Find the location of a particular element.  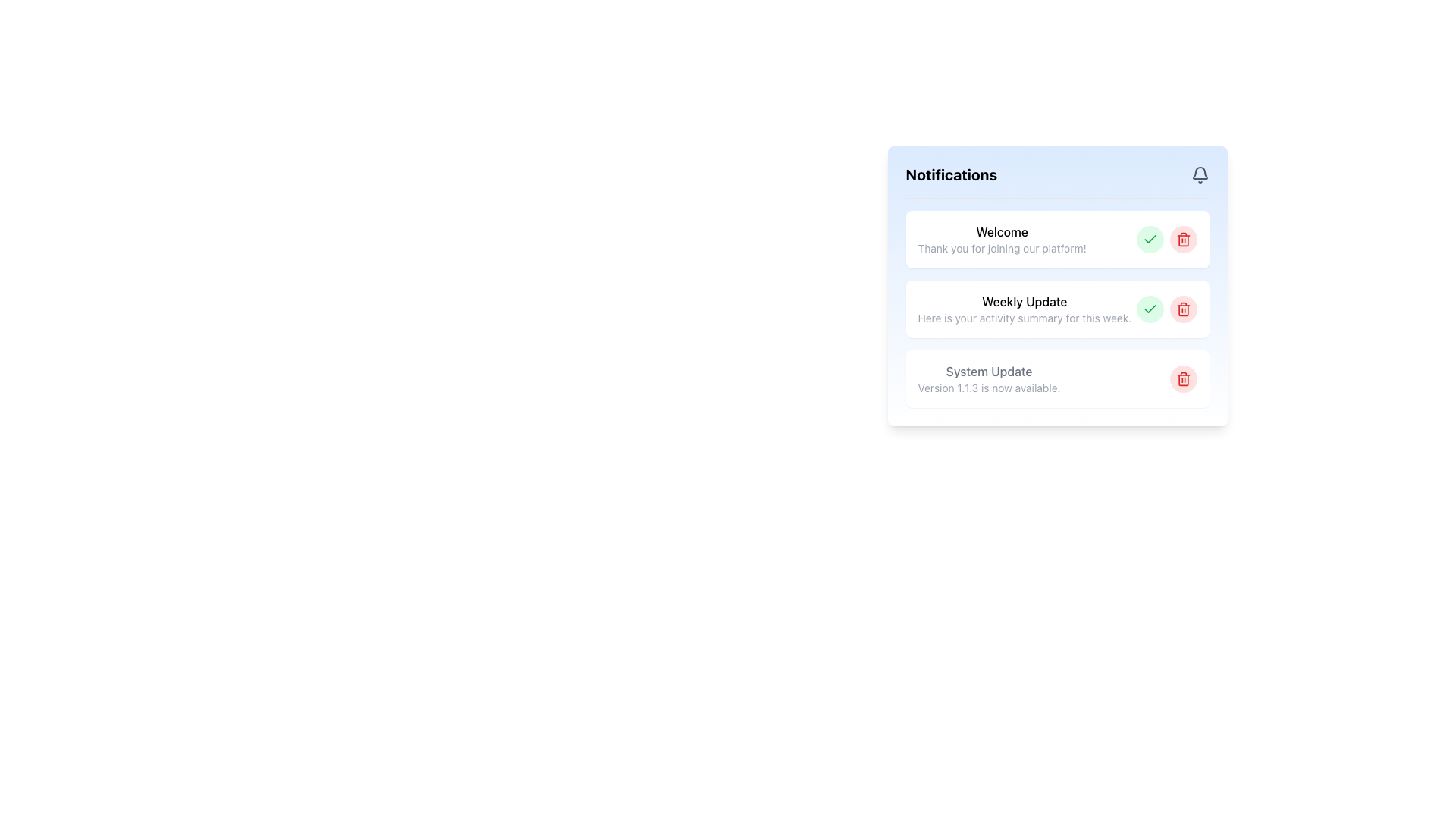

the content of the second notification card titled 'Weekly Update' in the Notifications component is located at coordinates (1056, 309).